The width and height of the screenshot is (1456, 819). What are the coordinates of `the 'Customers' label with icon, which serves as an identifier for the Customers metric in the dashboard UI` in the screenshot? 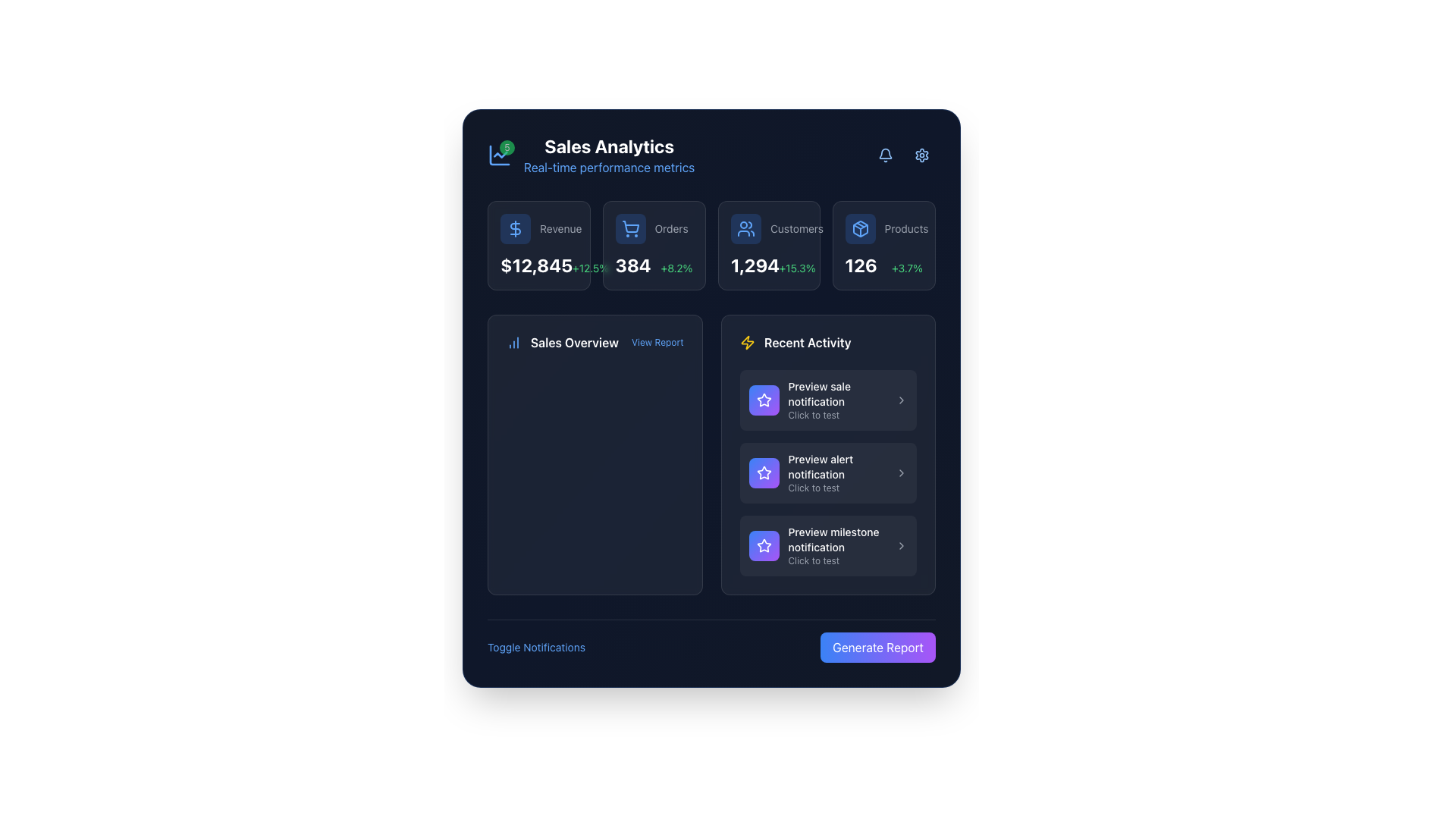 It's located at (769, 228).